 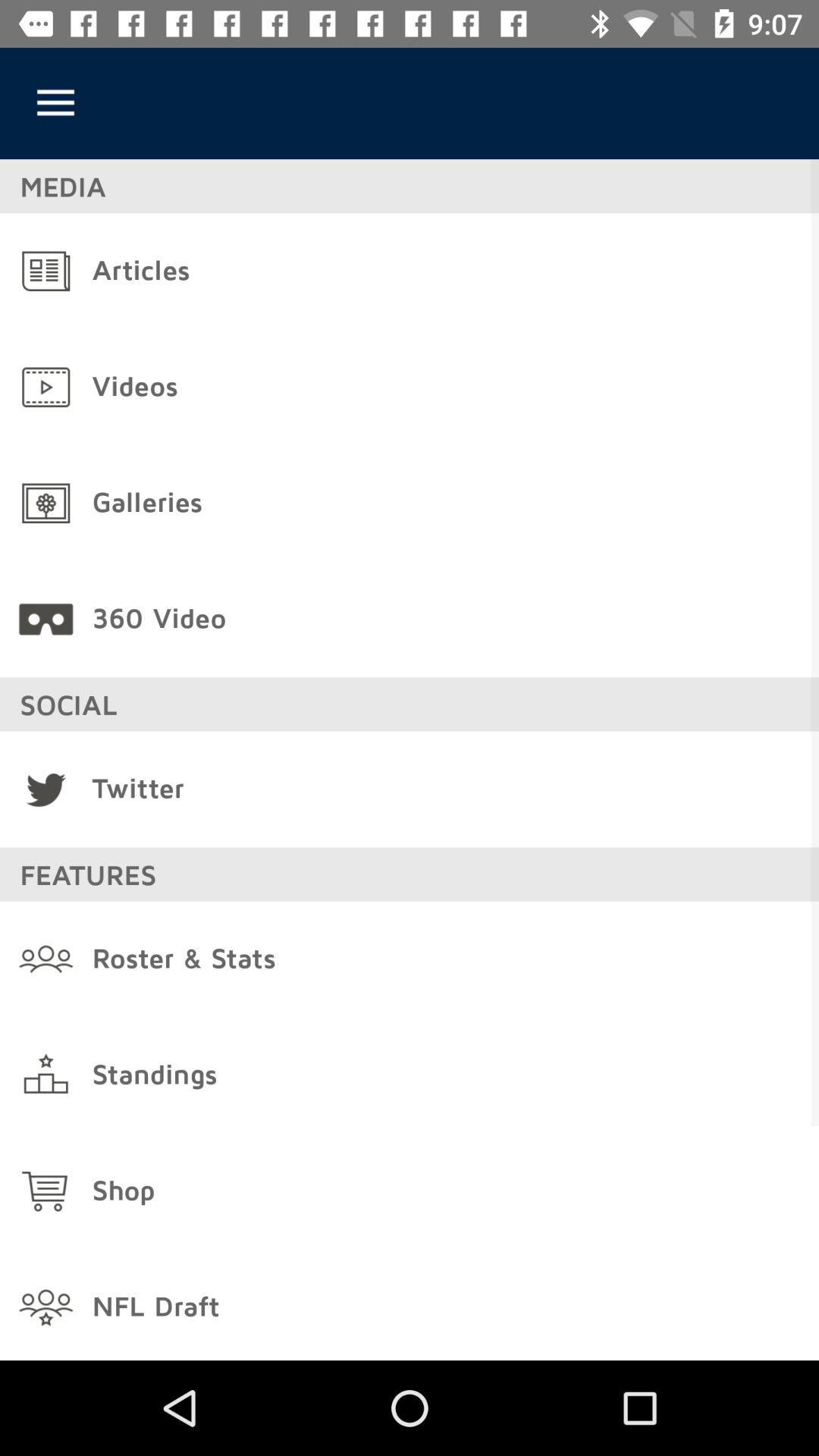 I want to click on the icon left to roster  stats, so click(x=45, y=959).